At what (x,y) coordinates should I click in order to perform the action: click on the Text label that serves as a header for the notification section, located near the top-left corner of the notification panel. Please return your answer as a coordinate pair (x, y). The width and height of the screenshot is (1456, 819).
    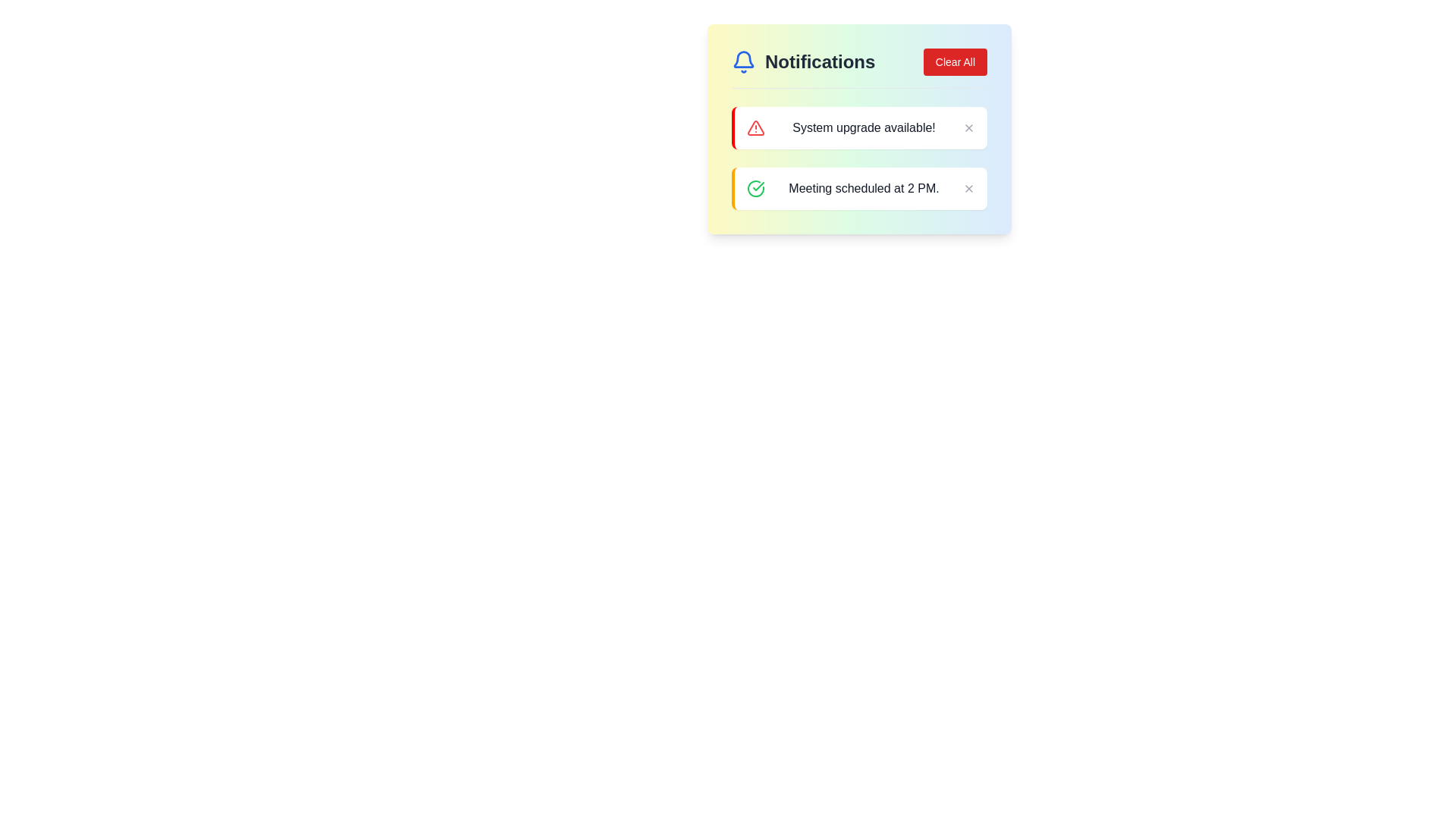
    Looking at the image, I should click on (819, 61).